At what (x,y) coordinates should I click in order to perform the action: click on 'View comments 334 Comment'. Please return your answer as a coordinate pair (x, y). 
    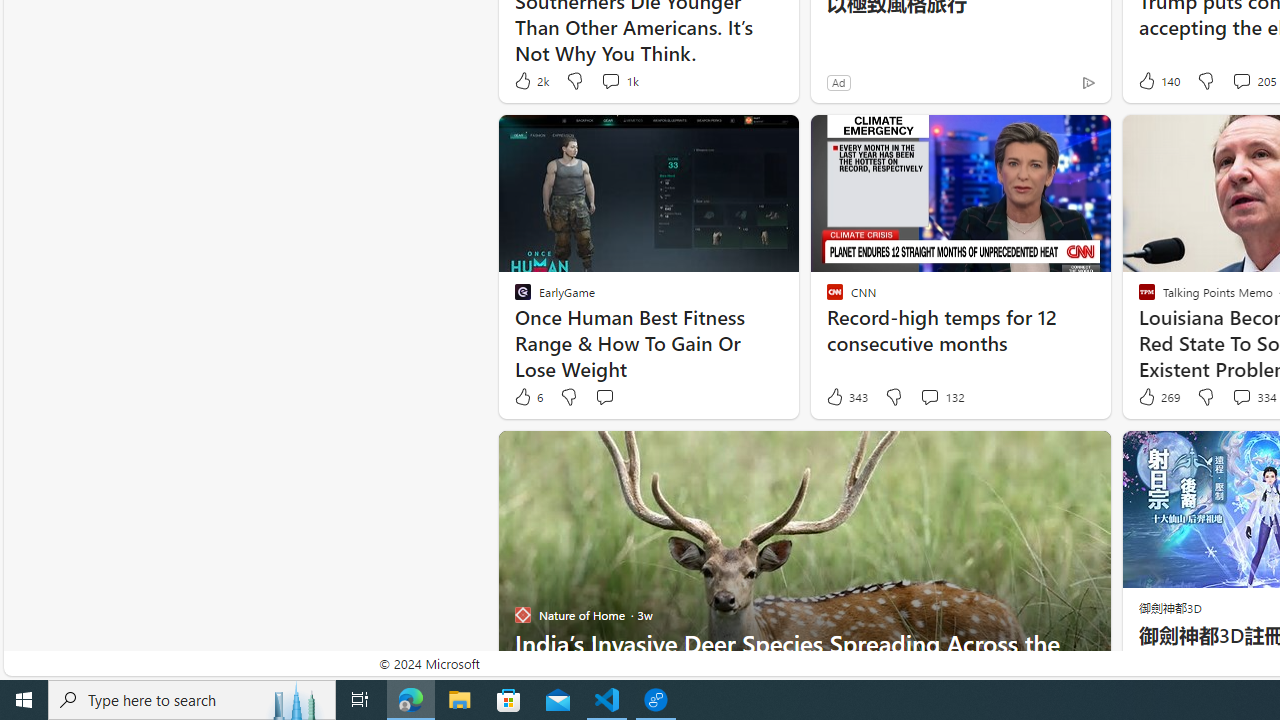
    Looking at the image, I should click on (1240, 397).